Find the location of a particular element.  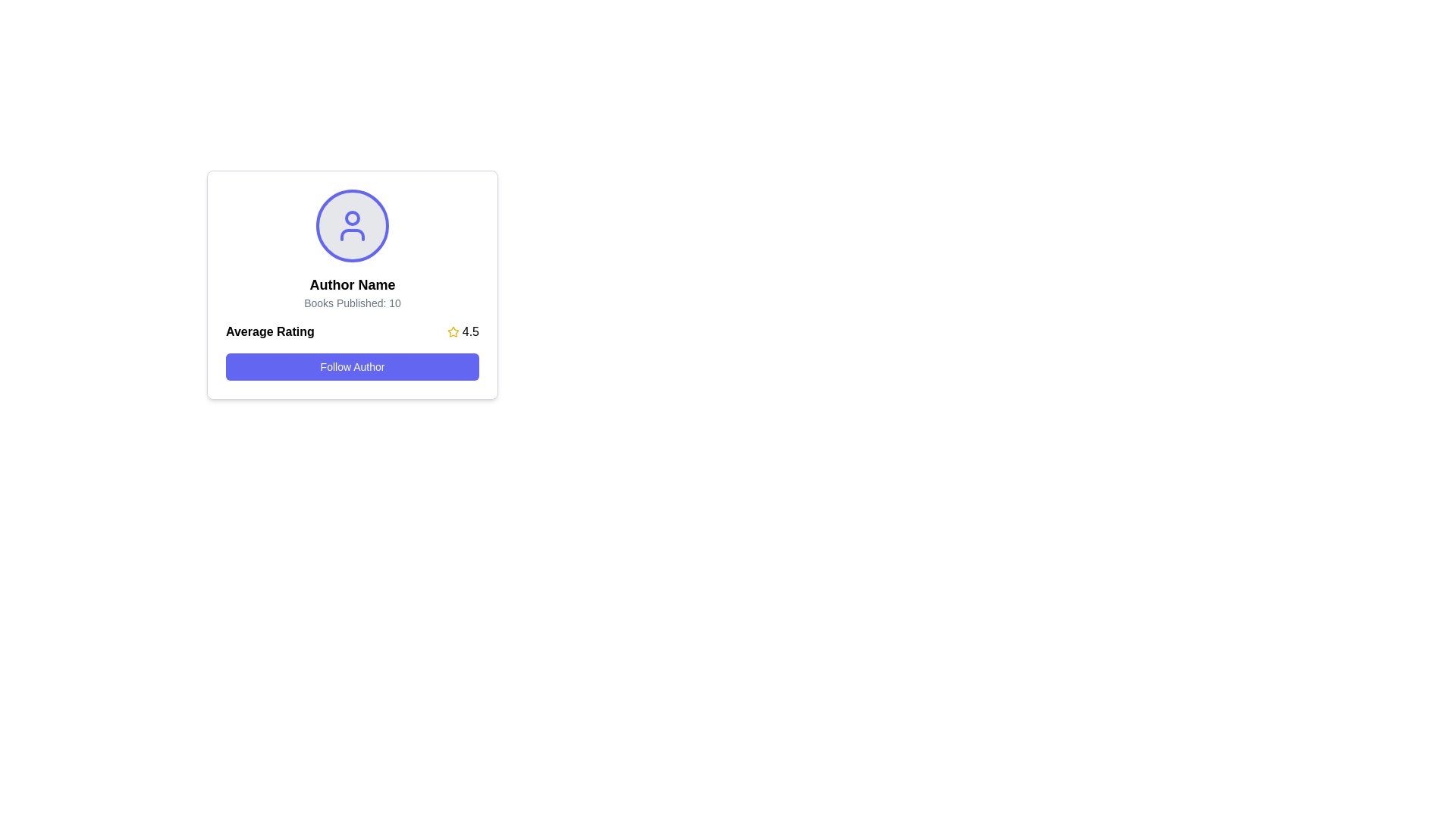

the 'Follow Author' button located at the bottom section of the author information card to follow the author is located at coordinates (352, 351).